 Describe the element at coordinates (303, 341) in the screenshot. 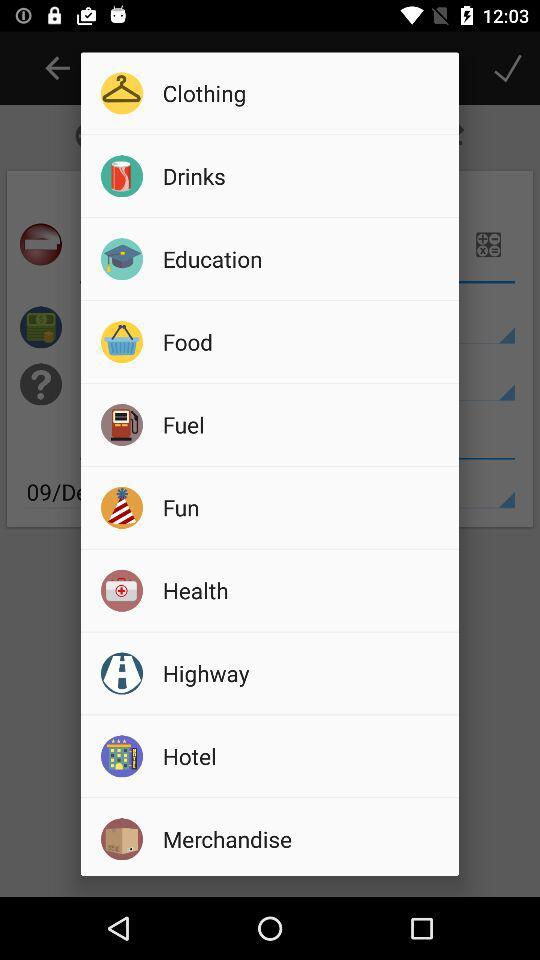

I see `the icon below the education icon` at that location.